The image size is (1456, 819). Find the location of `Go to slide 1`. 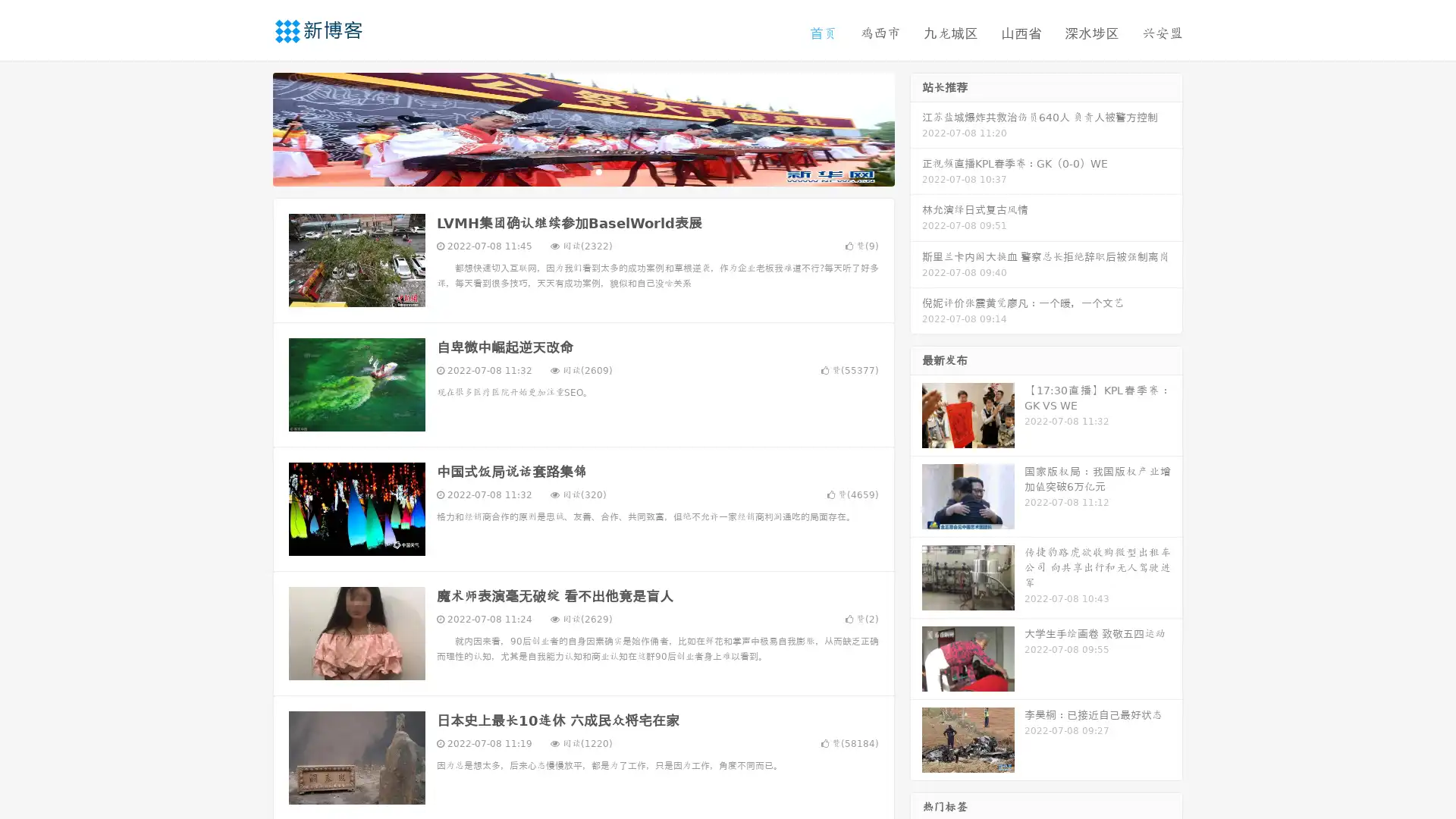

Go to slide 1 is located at coordinates (567, 171).